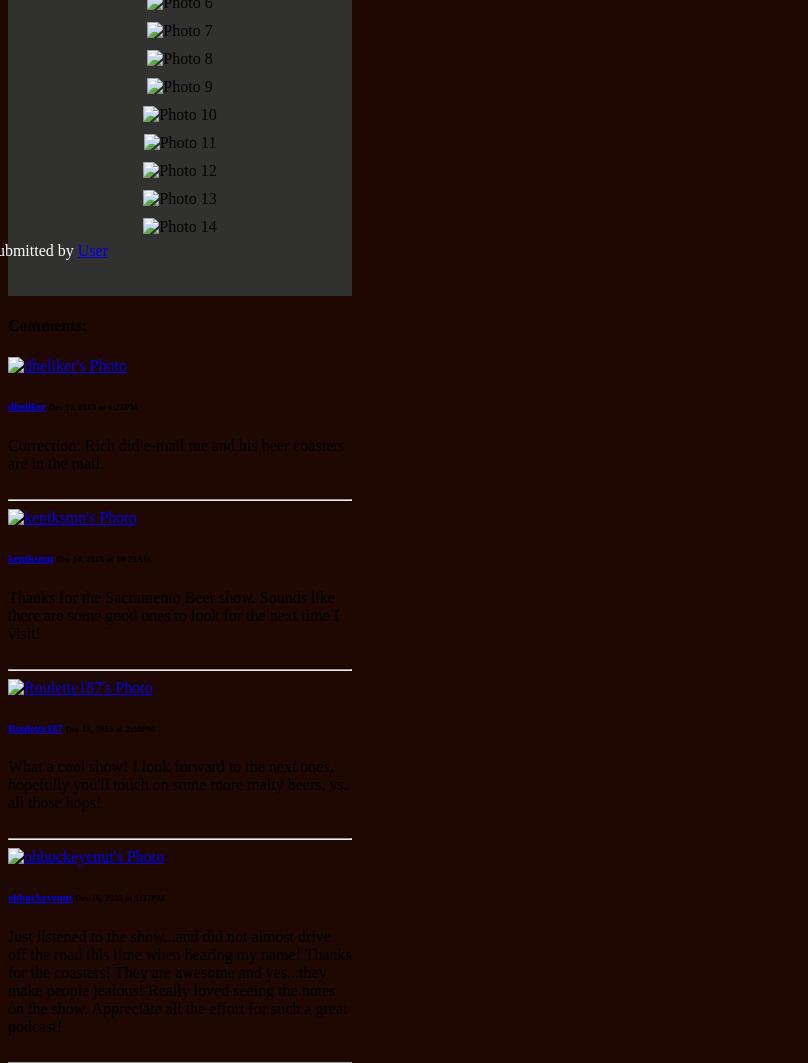  What do you see at coordinates (172, 613) in the screenshot?
I see `'Thanks for the Sacramento Beer show. Sounds like there are some good ones to look for the next time I visit!'` at bounding box center [172, 613].